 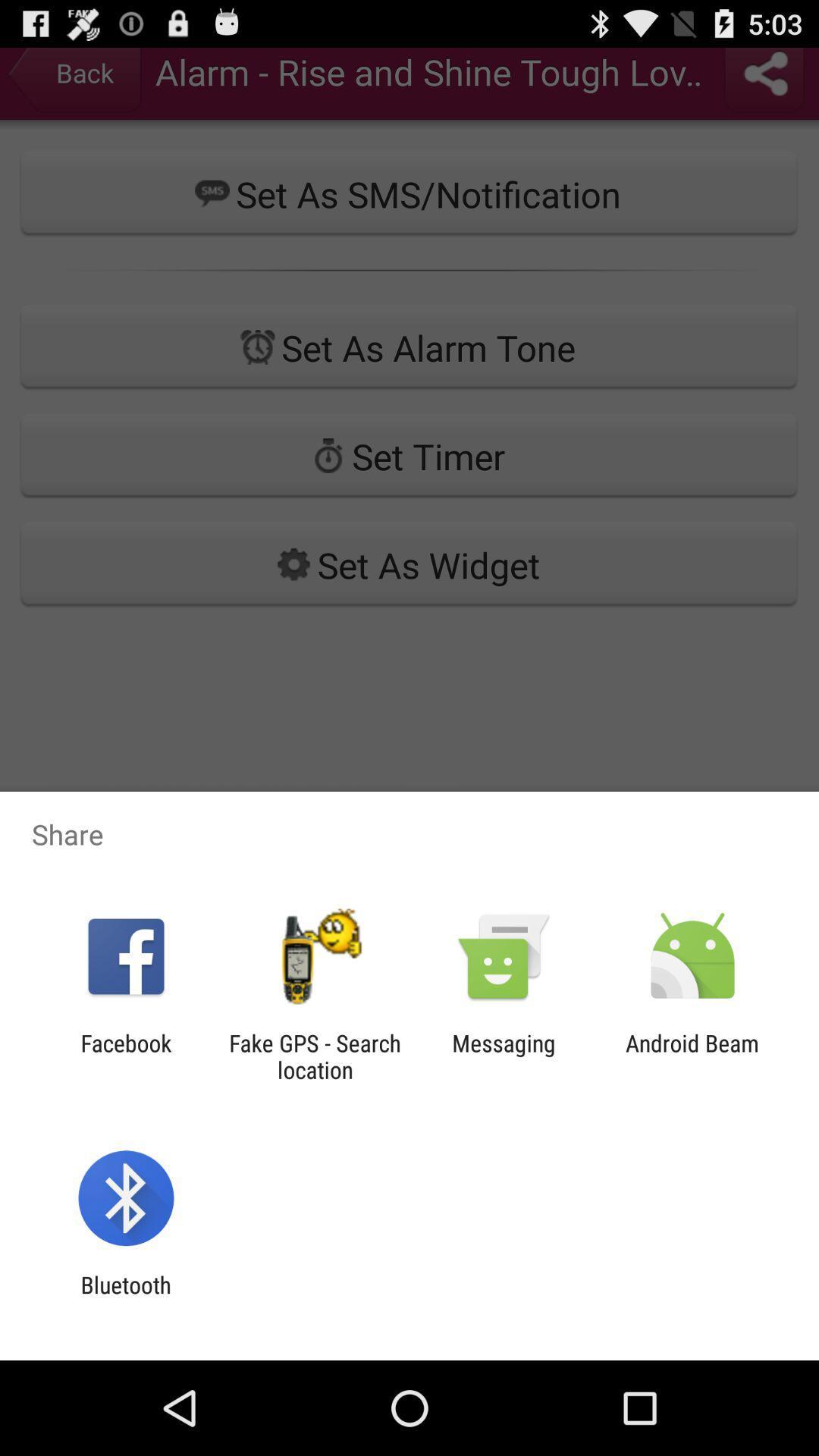 I want to click on the item next to messaging, so click(x=692, y=1056).